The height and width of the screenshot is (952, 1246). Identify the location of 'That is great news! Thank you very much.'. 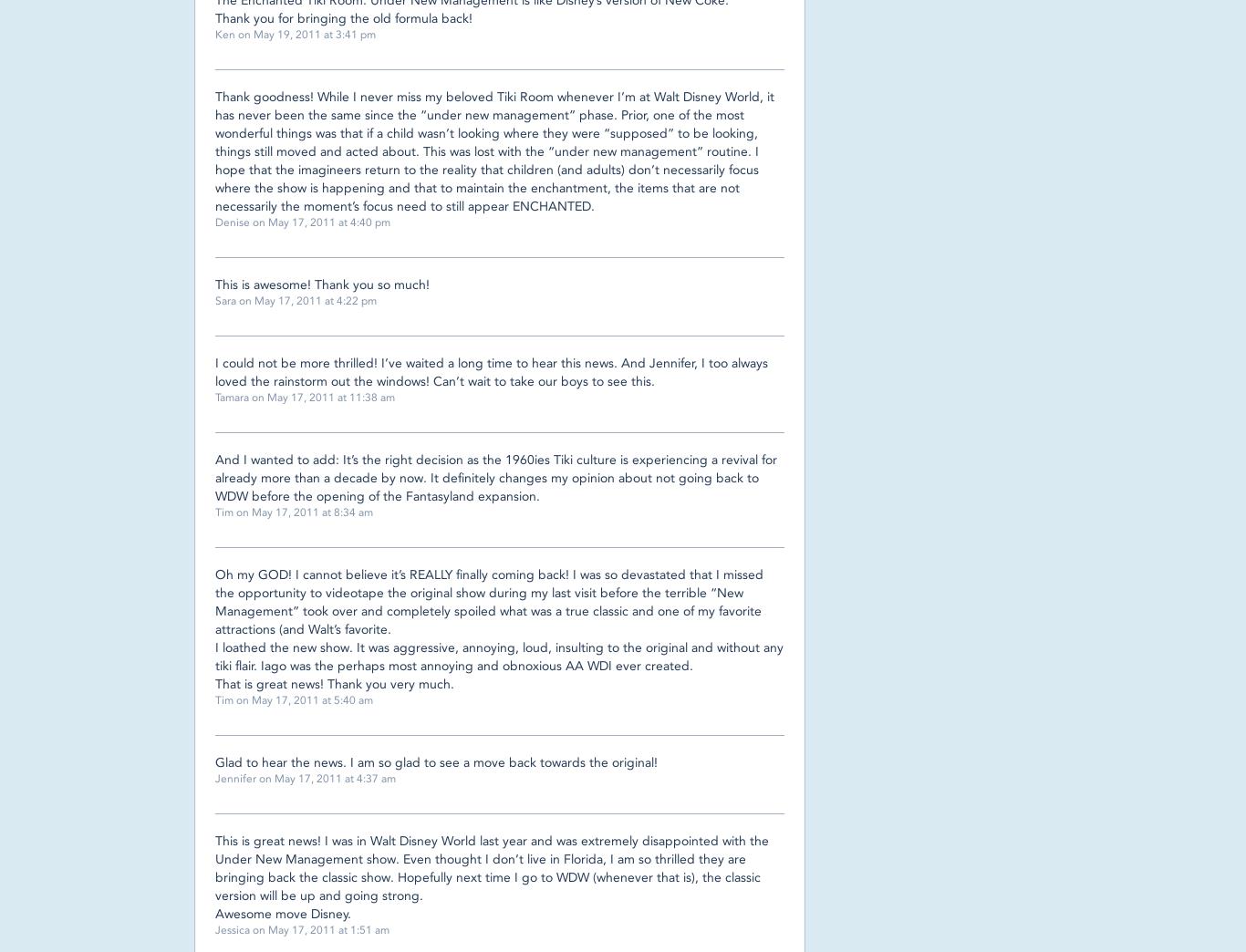
(334, 684).